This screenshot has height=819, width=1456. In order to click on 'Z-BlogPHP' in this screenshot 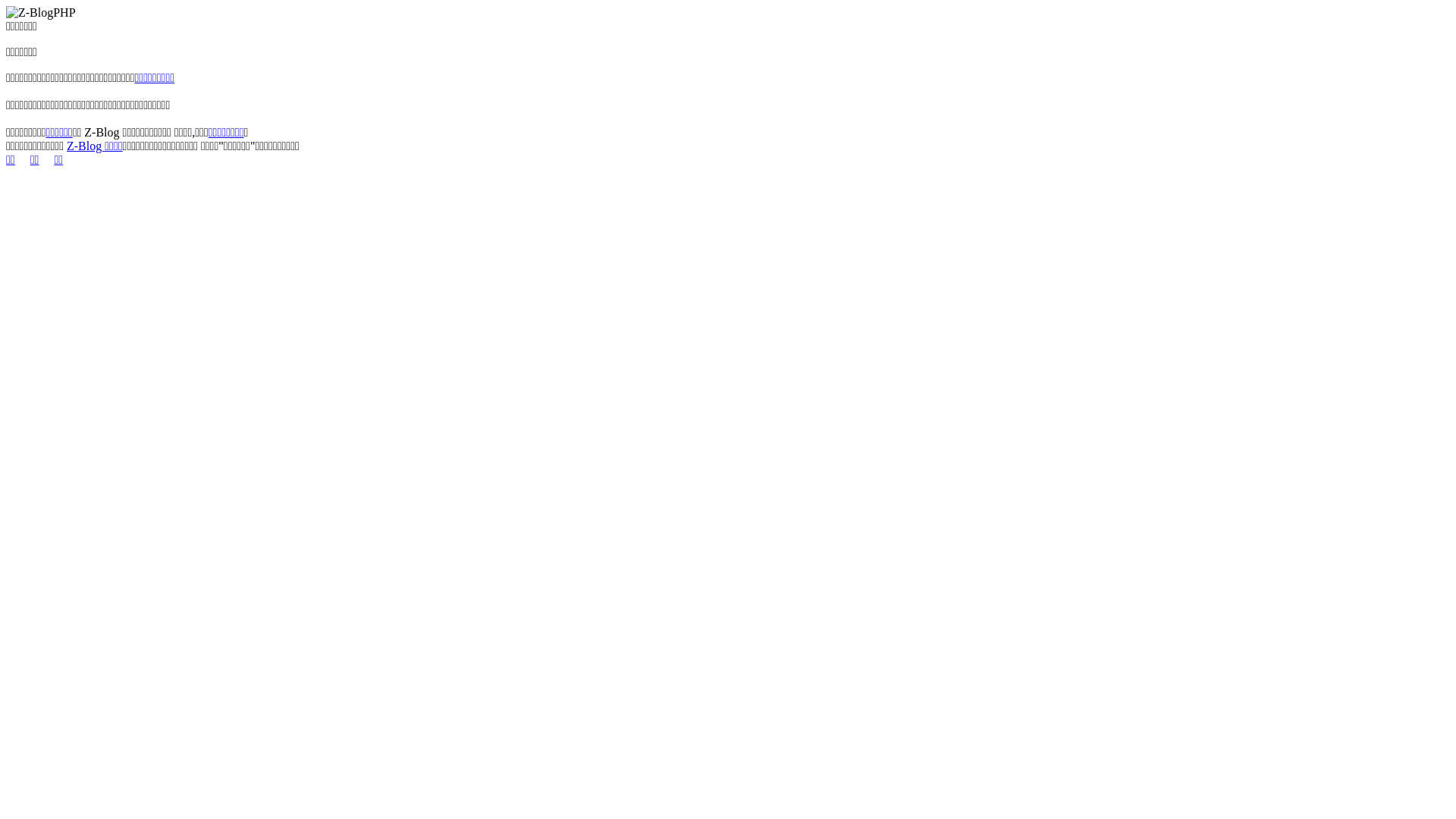, I will do `click(40, 12)`.